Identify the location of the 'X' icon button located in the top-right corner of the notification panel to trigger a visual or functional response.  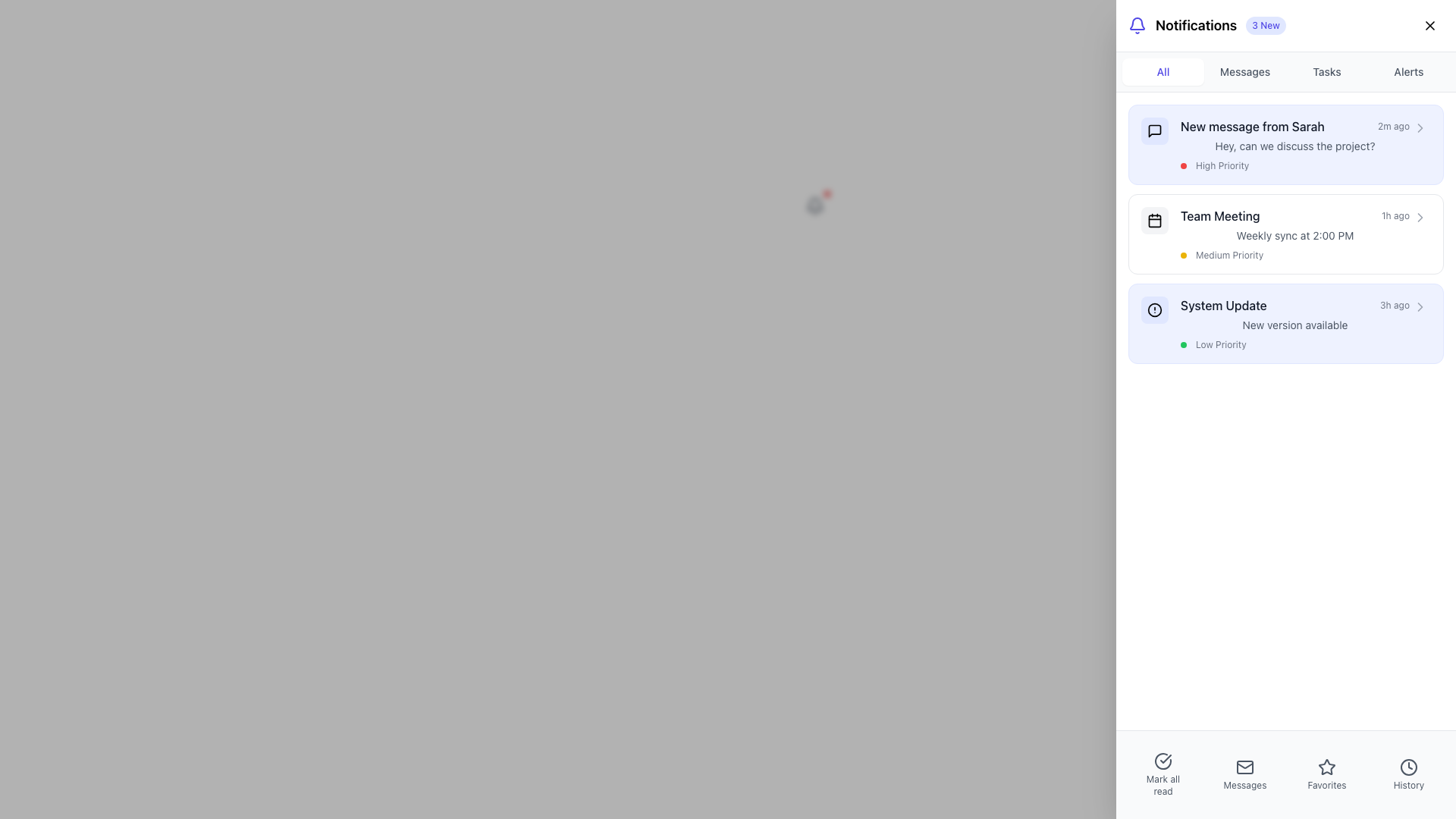
(1429, 26).